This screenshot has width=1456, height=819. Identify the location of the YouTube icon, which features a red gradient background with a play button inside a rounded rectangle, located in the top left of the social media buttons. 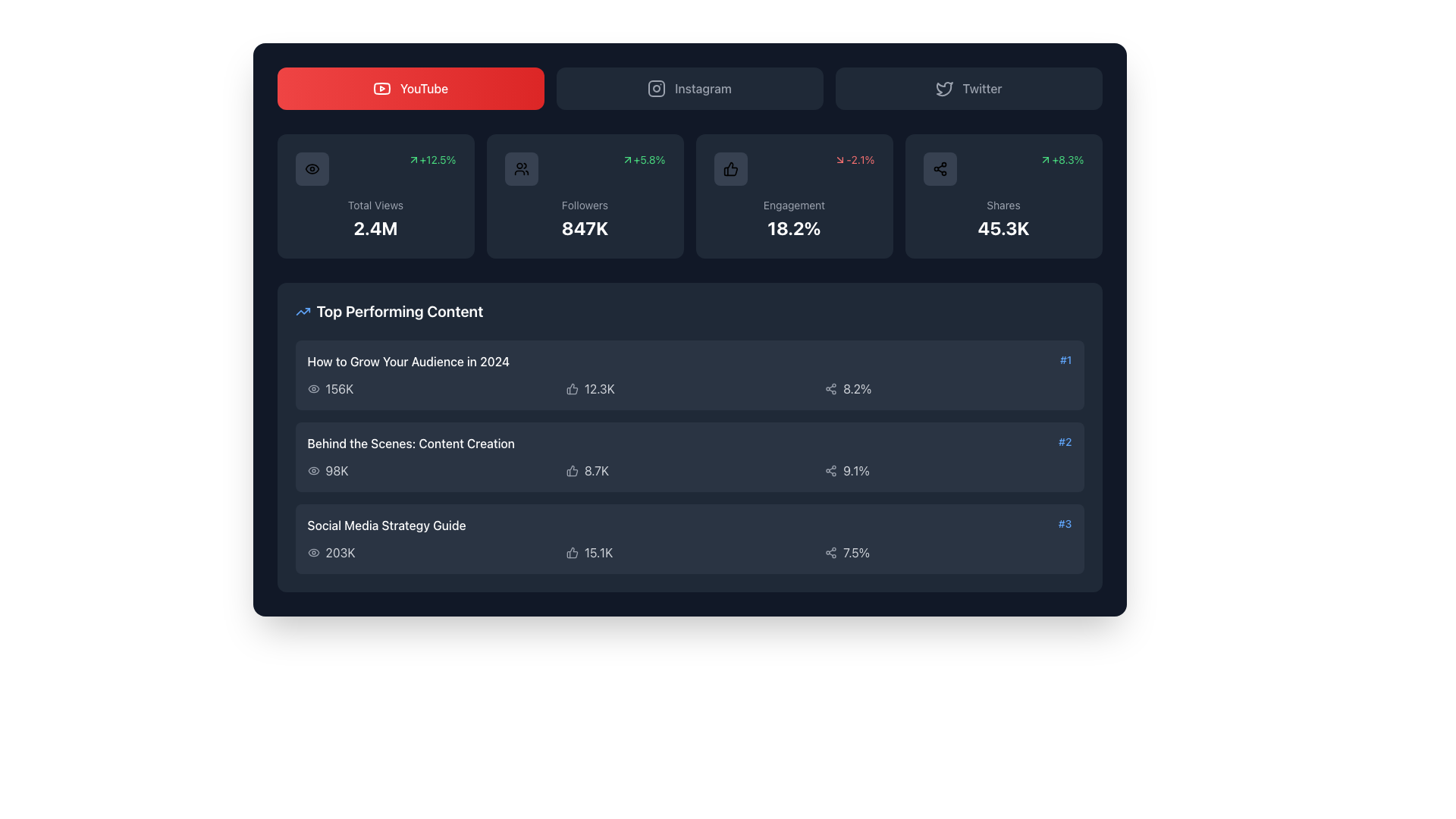
(381, 88).